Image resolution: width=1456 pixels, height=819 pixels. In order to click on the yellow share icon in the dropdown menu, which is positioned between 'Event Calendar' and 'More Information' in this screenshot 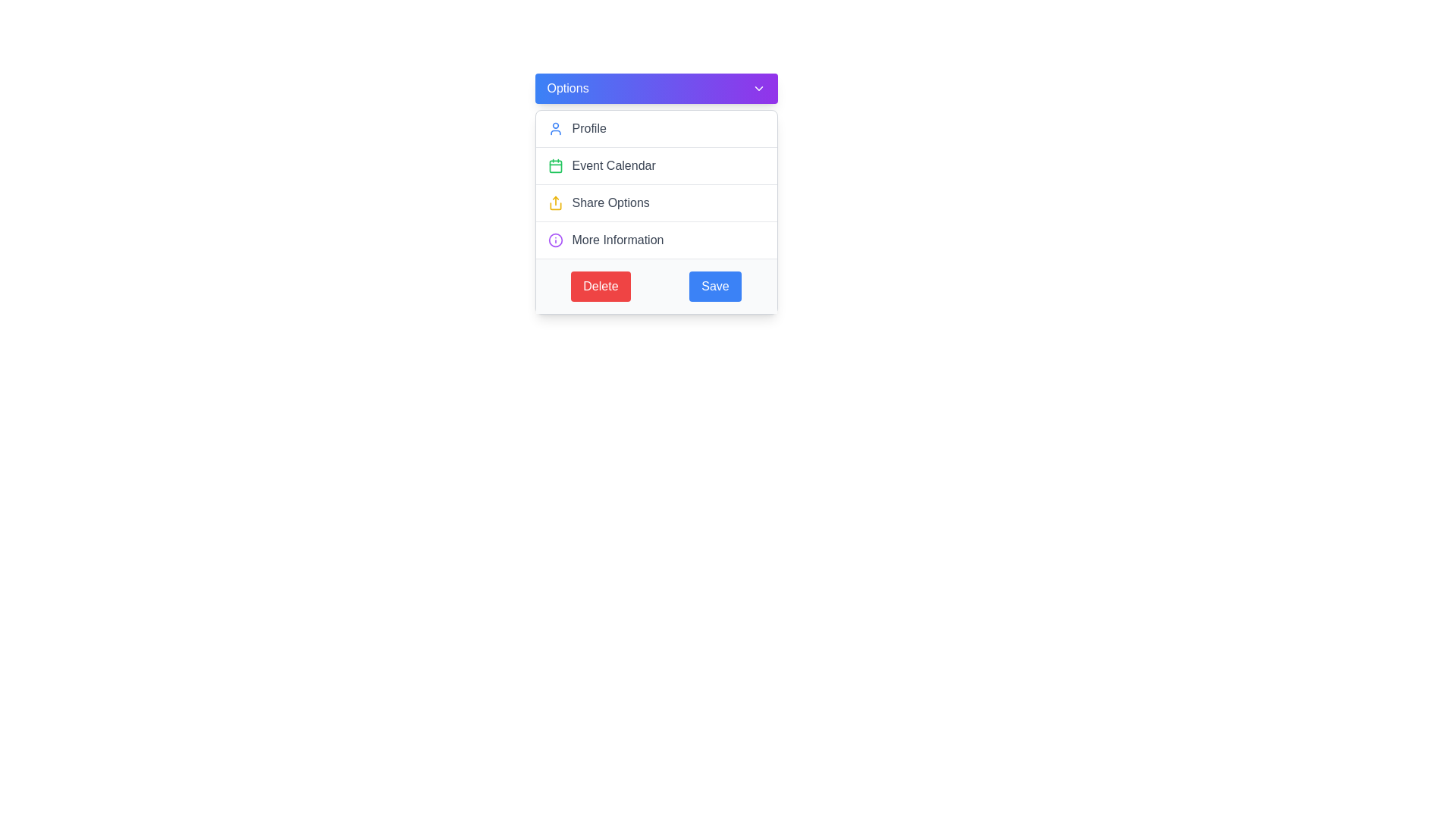, I will do `click(554, 202)`.